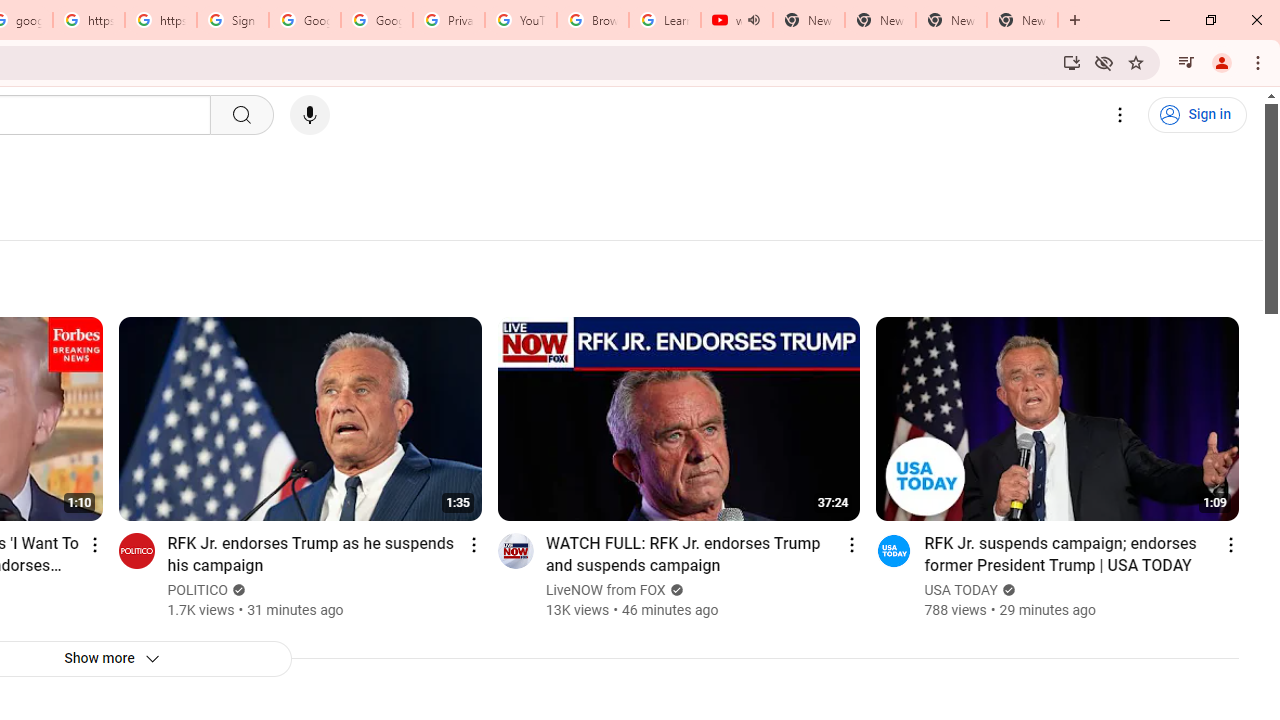 The image size is (1280, 720). I want to click on 'https://scholar.google.com/', so click(161, 20).